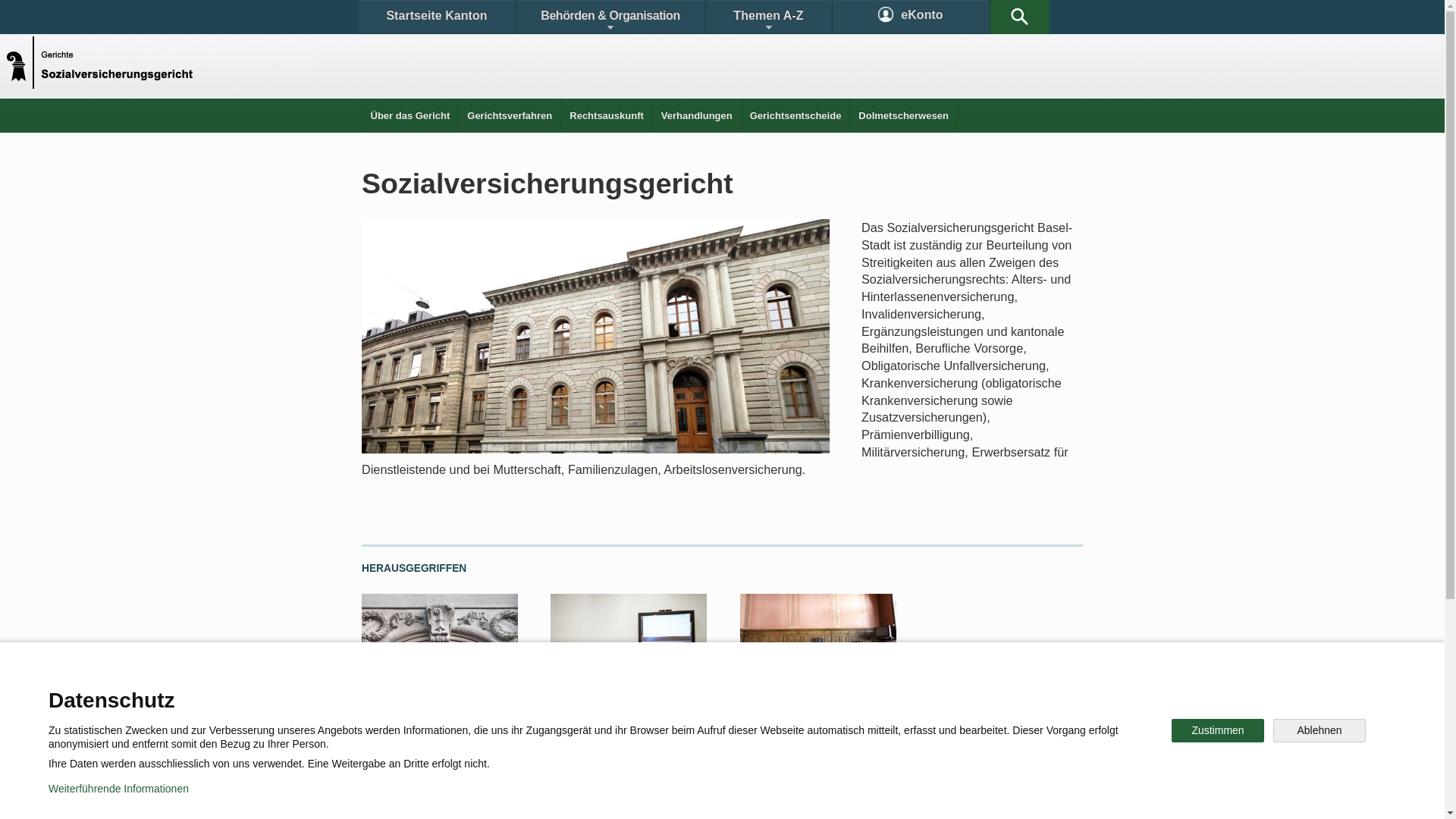 The image size is (1456, 819). I want to click on 'Zur mobilen Ansicht', so click(753, 795).